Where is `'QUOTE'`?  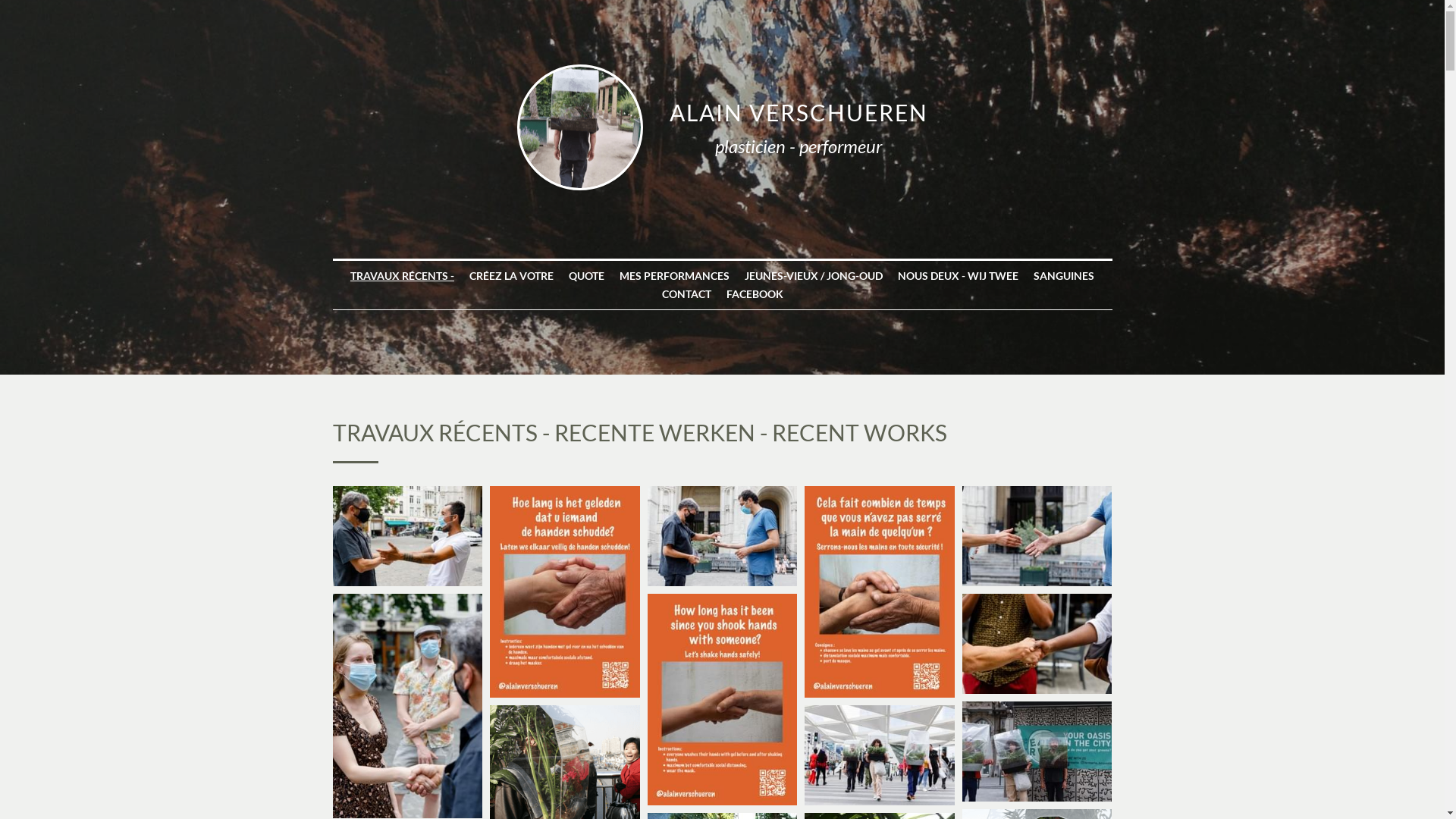 'QUOTE' is located at coordinates (585, 275).